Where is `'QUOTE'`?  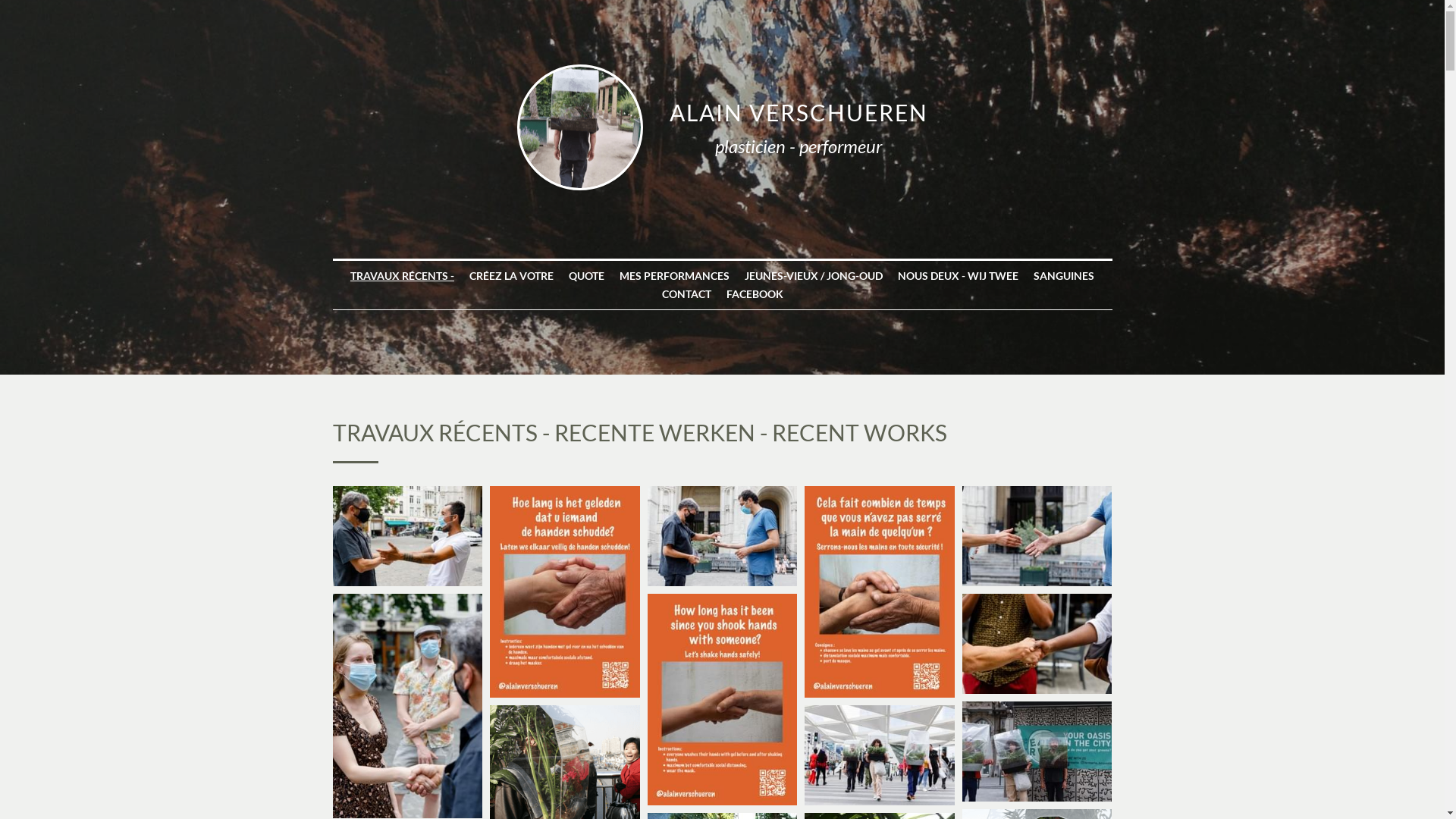 'QUOTE' is located at coordinates (585, 275).